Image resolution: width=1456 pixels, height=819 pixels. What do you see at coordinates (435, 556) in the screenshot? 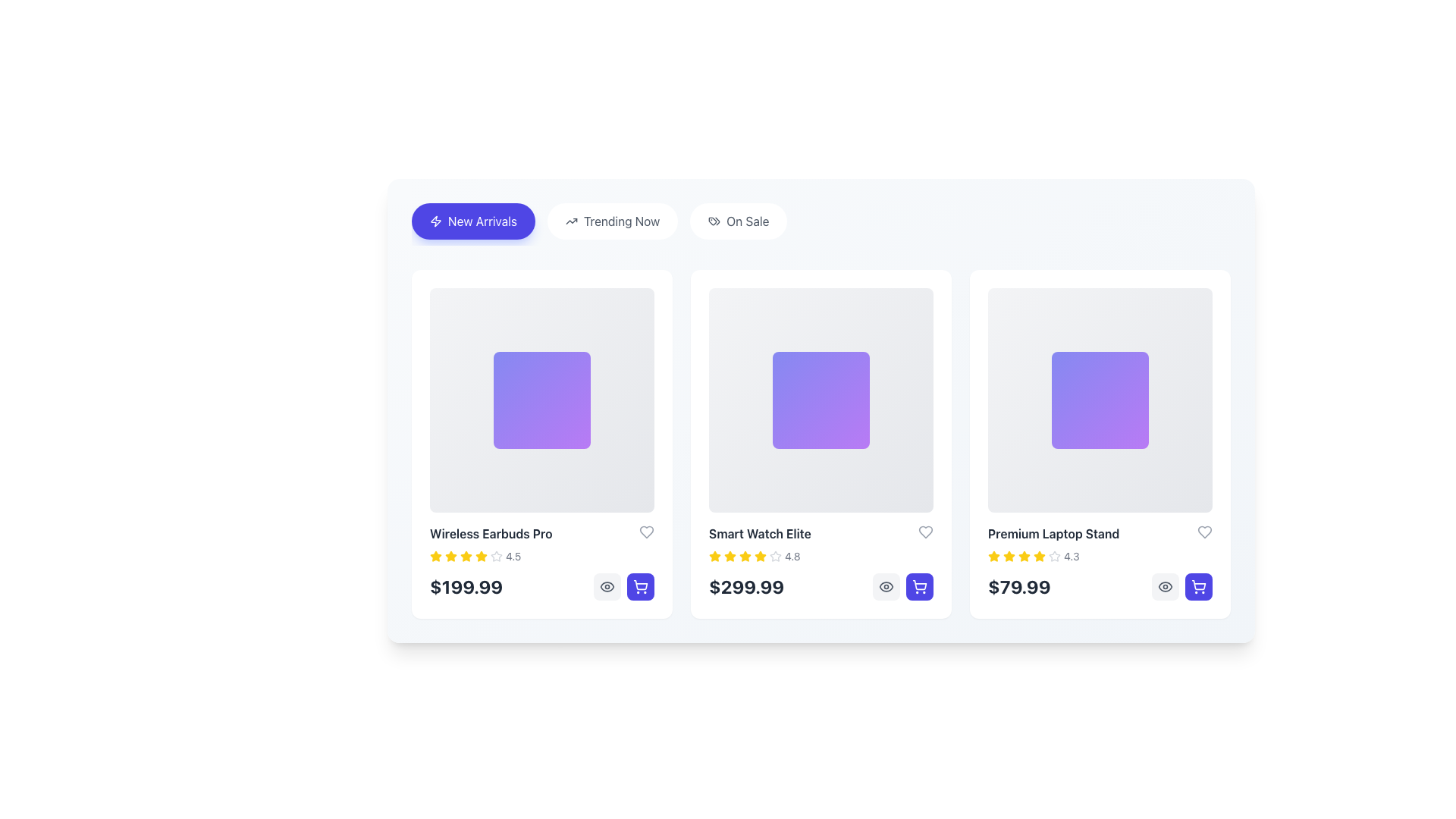
I see `the star icon representing the rating system for the product 'Wireless Earbuds Pro' by clicking on it` at bounding box center [435, 556].